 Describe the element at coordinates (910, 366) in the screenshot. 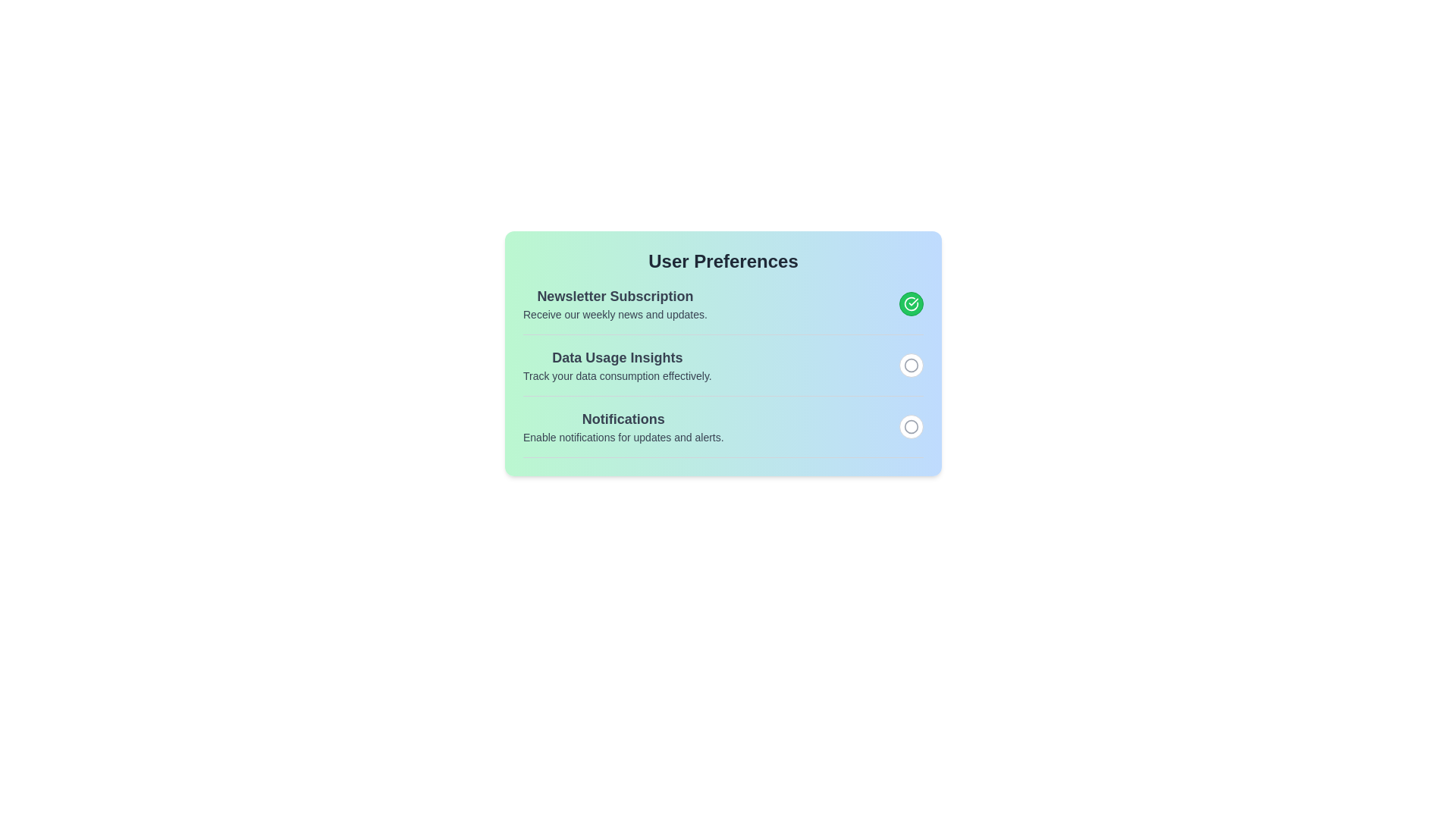

I see `the circular selectable option located to the right of the 'Notifications' label in the user preferences panel` at that location.